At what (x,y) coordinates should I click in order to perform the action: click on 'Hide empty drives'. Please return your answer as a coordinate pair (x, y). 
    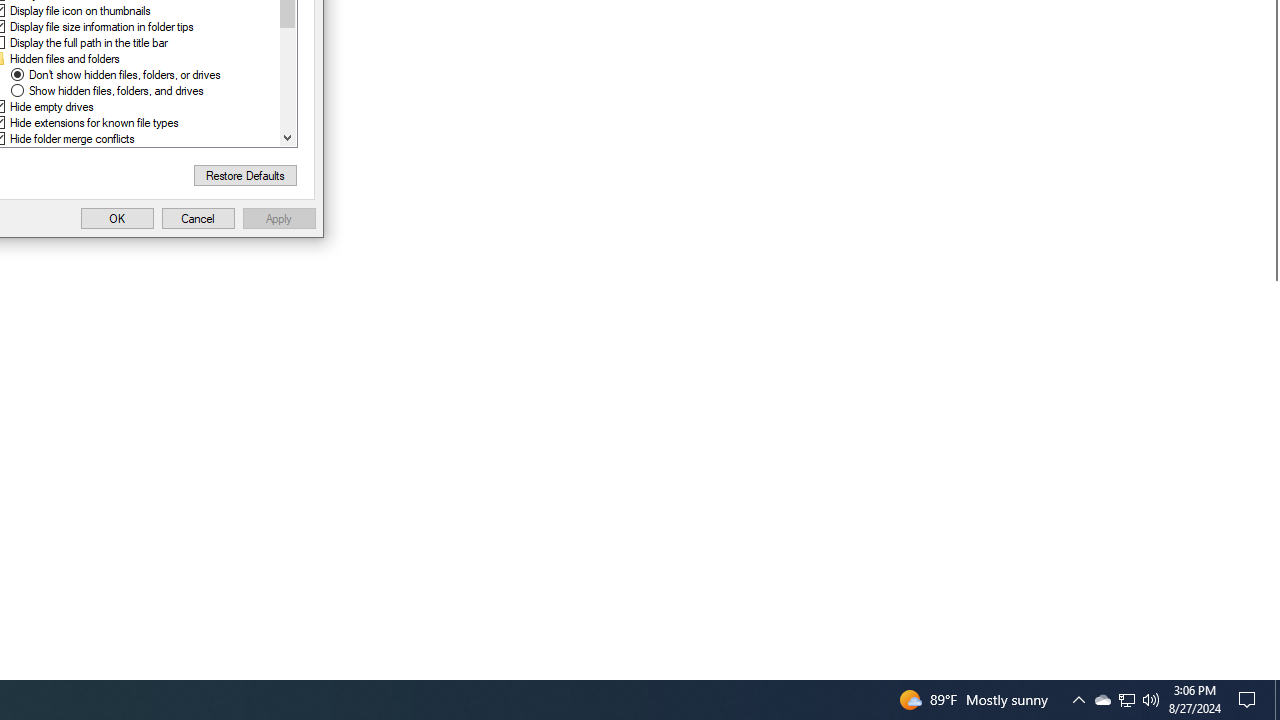
    Looking at the image, I should click on (51, 107).